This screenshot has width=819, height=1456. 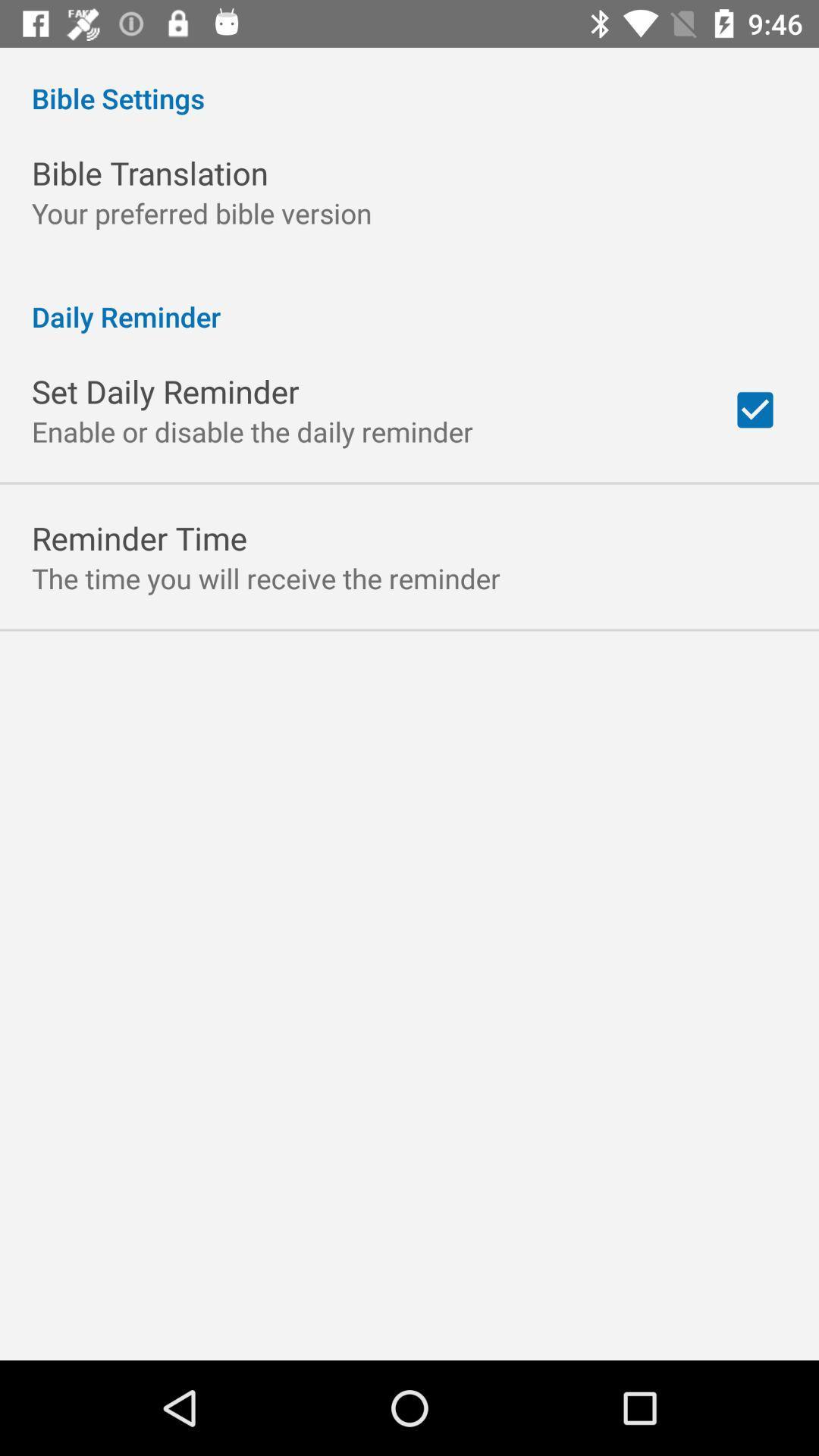 What do you see at coordinates (201, 212) in the screenshot?
I see `item above daily reminder icon` at bounding box center [201, 212].